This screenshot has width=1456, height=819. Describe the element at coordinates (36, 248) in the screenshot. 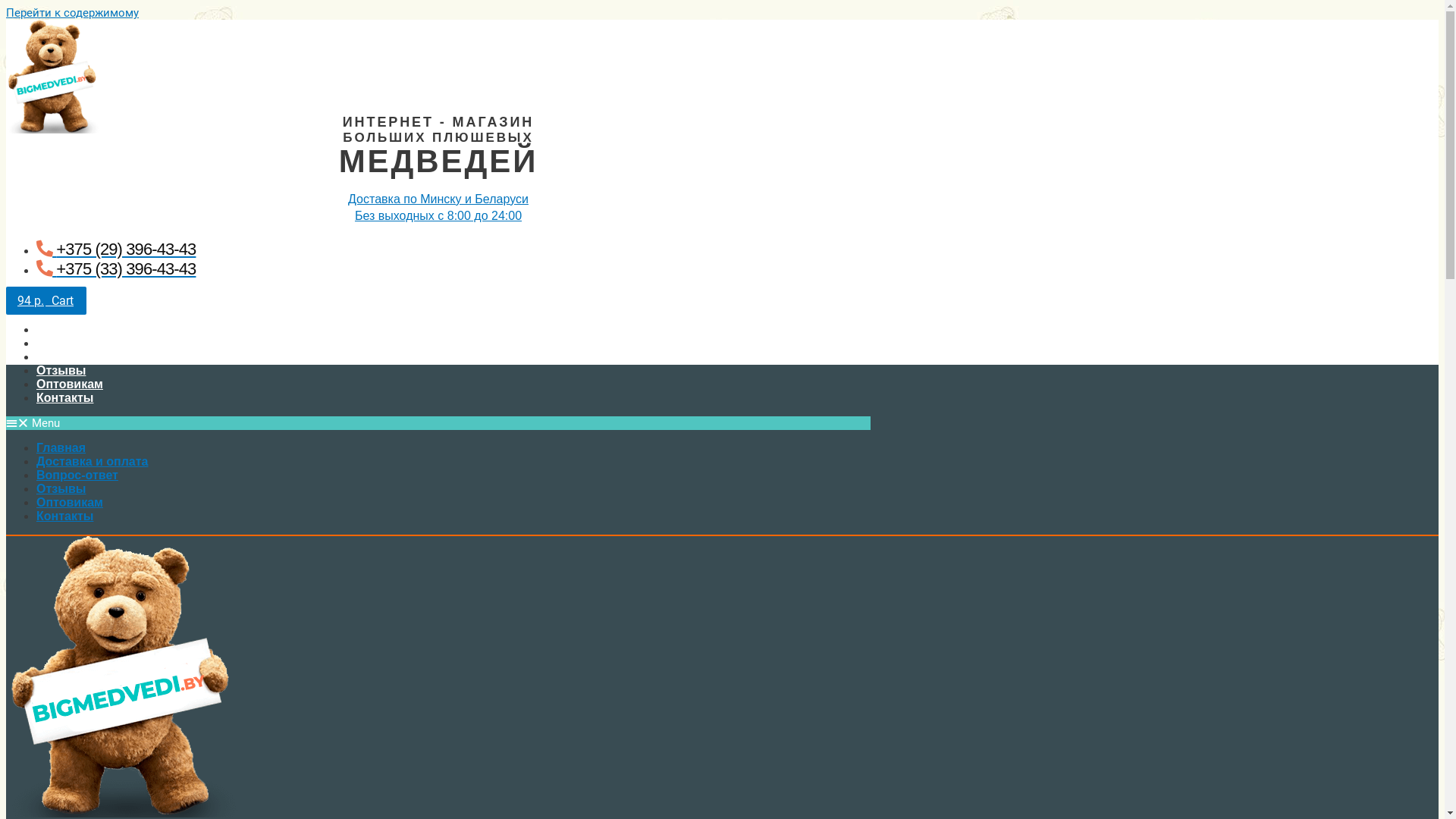

I see `'+375 (29) 396-43-43'` at that location.